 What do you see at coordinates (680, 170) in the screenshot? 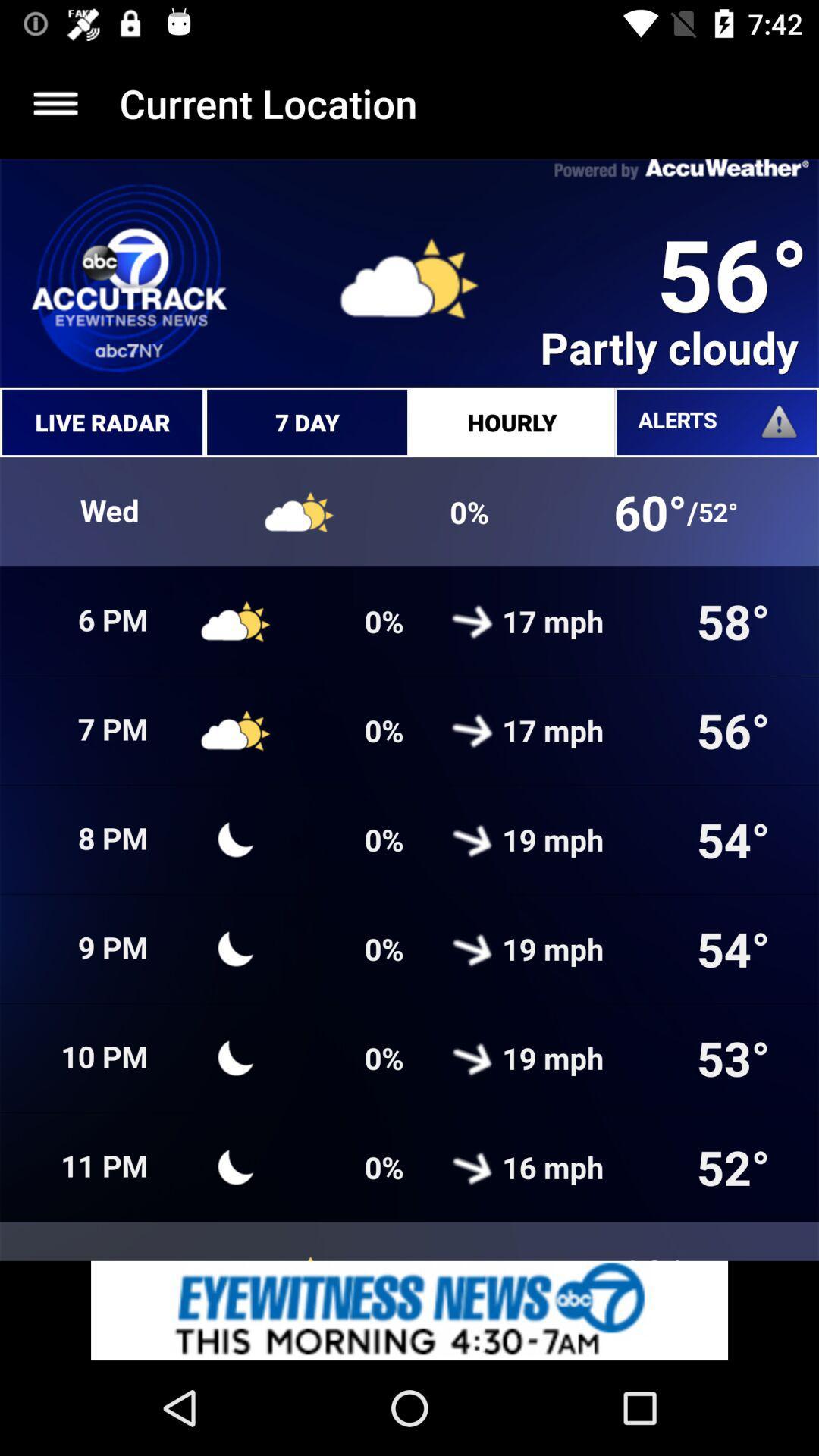
I see `the text on the top right corner of the web page` at bounding box center [680, 170].